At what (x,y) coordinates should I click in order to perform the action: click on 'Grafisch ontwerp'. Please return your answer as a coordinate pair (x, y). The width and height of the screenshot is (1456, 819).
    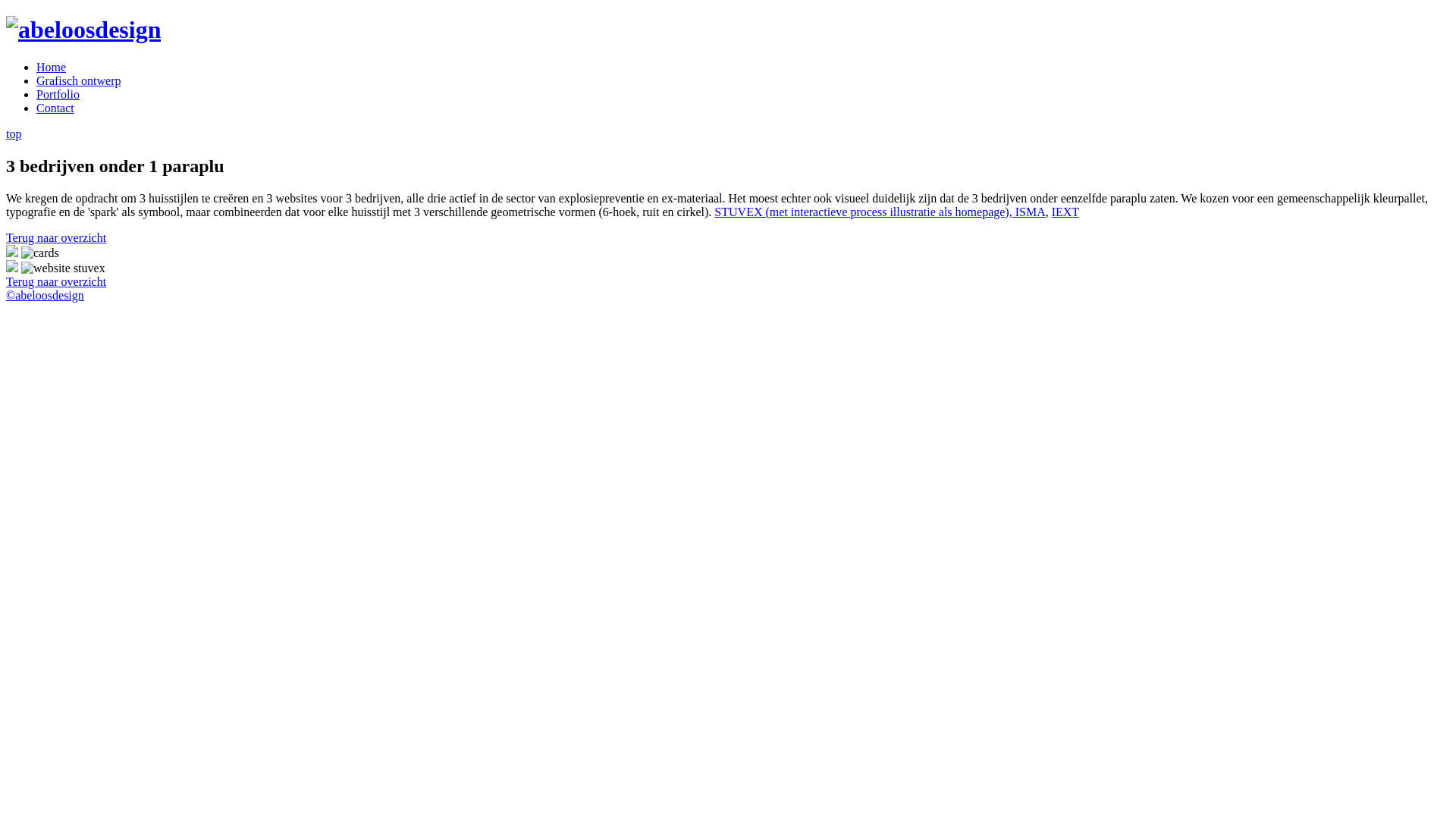
    Looking at the image, I should click on (78, 80).